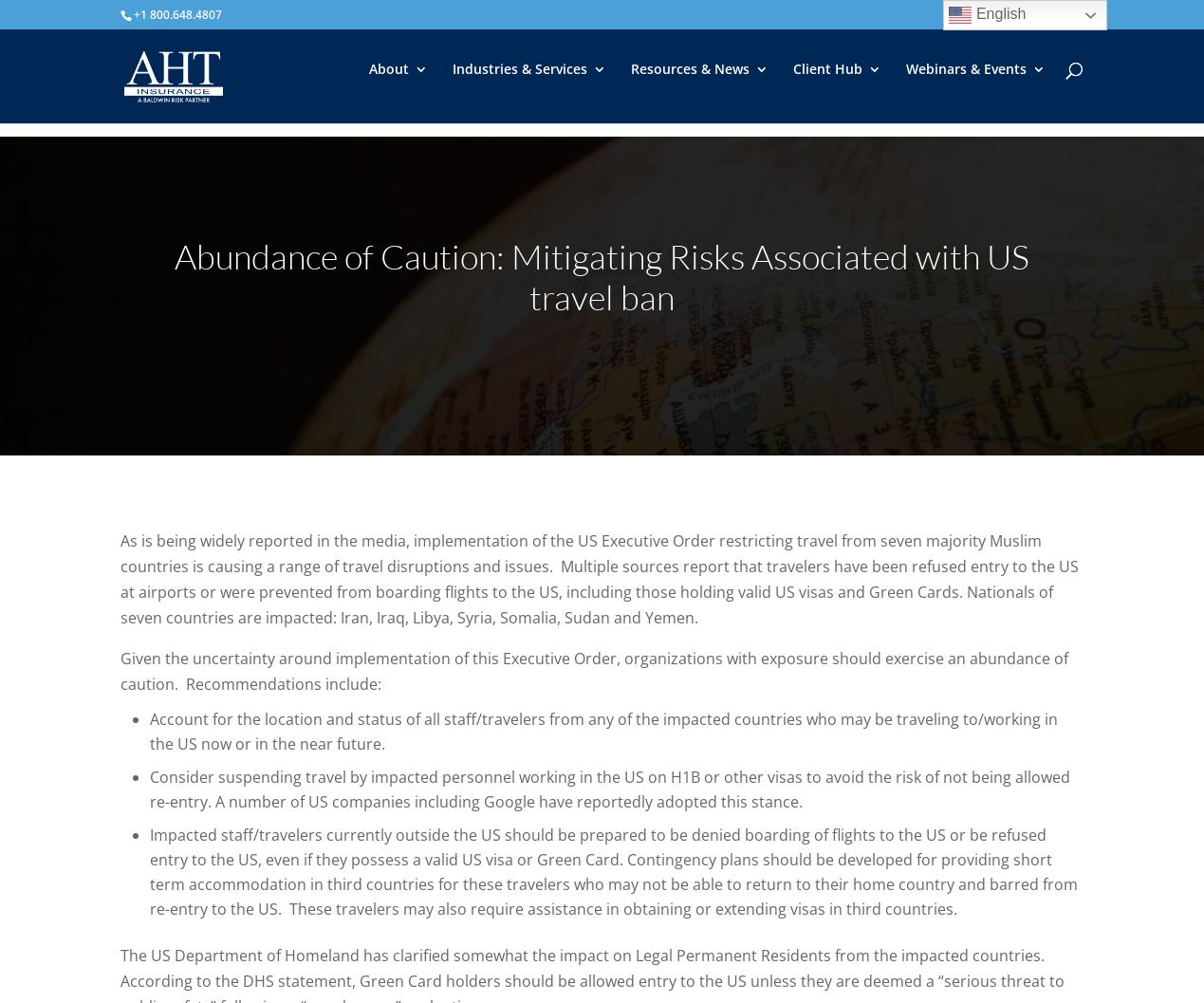  I want to click on 'Employee Benefits Content', so click(728, 293).